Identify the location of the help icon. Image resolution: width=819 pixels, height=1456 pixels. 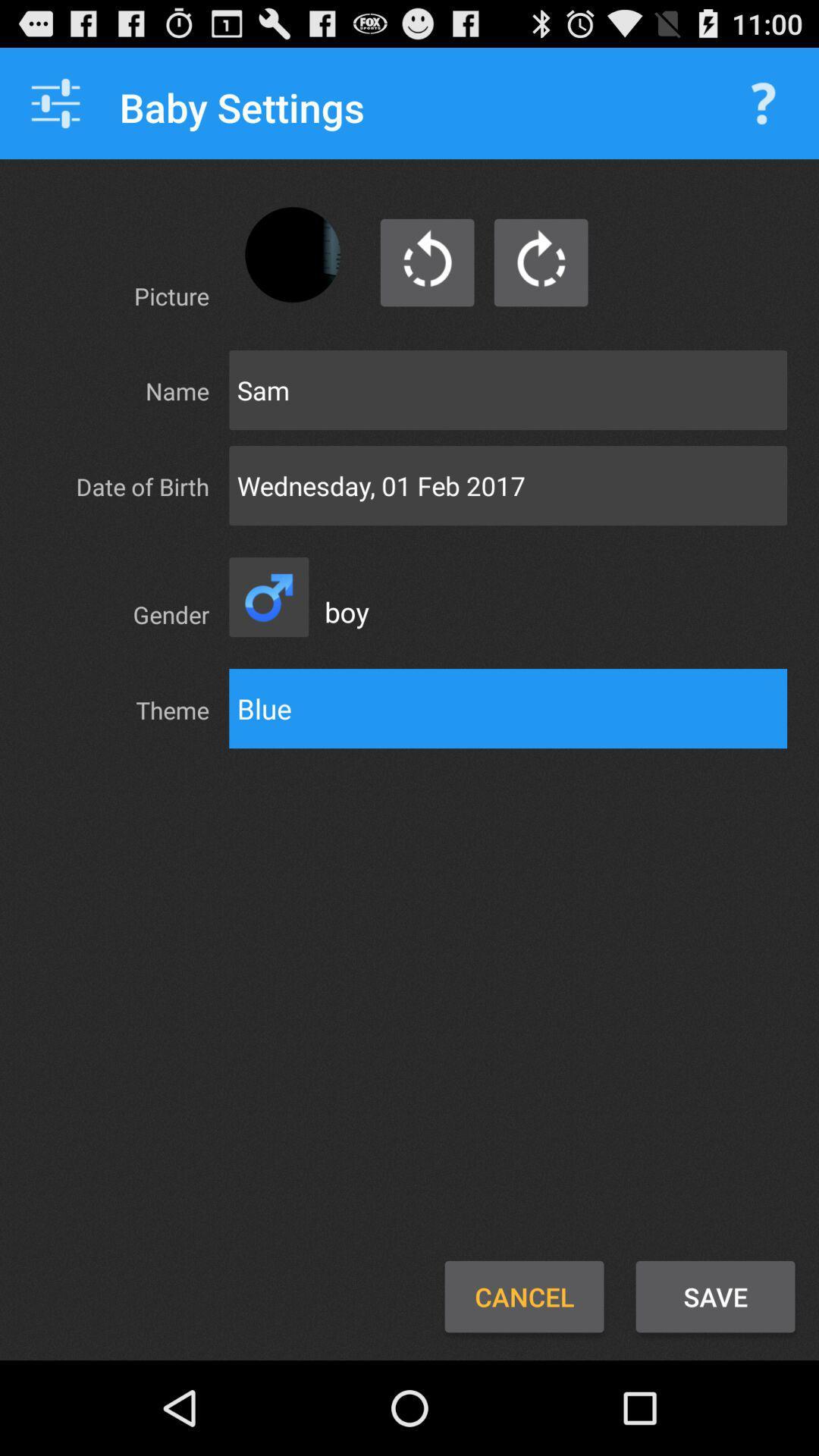
(763, 110).